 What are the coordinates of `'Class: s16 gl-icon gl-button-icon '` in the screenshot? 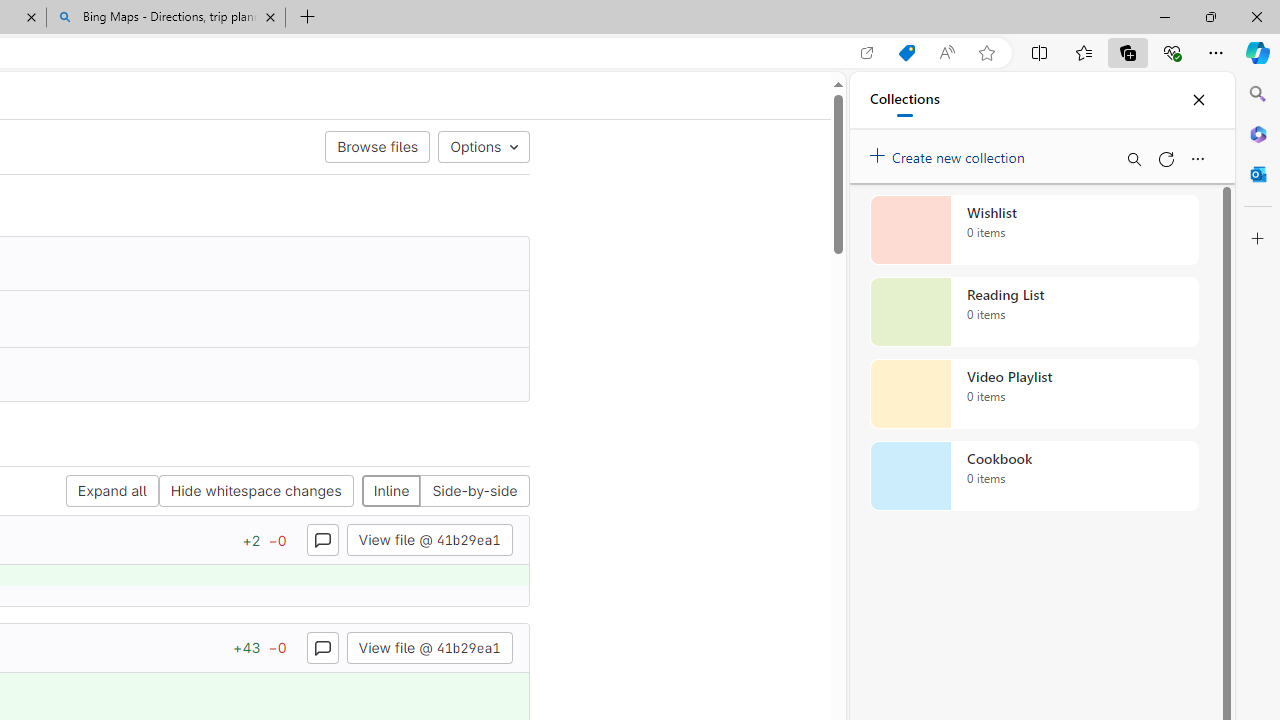 It's located at (322, 647).